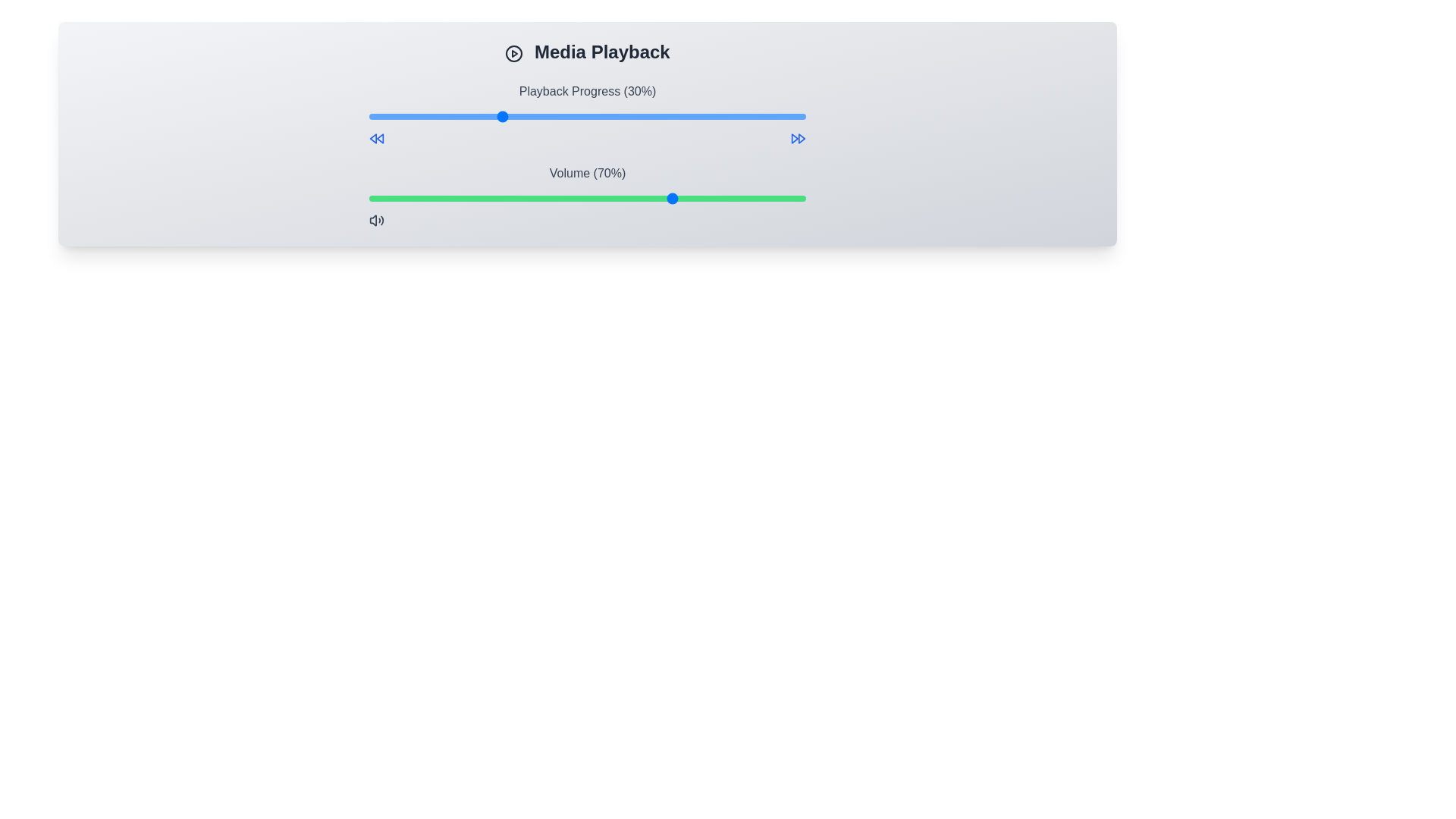  What do you see at coordinates (717, 116) in the screenshot?
I see `the playback progress to 80% by moving the slider` at bounding box center [717, 116].